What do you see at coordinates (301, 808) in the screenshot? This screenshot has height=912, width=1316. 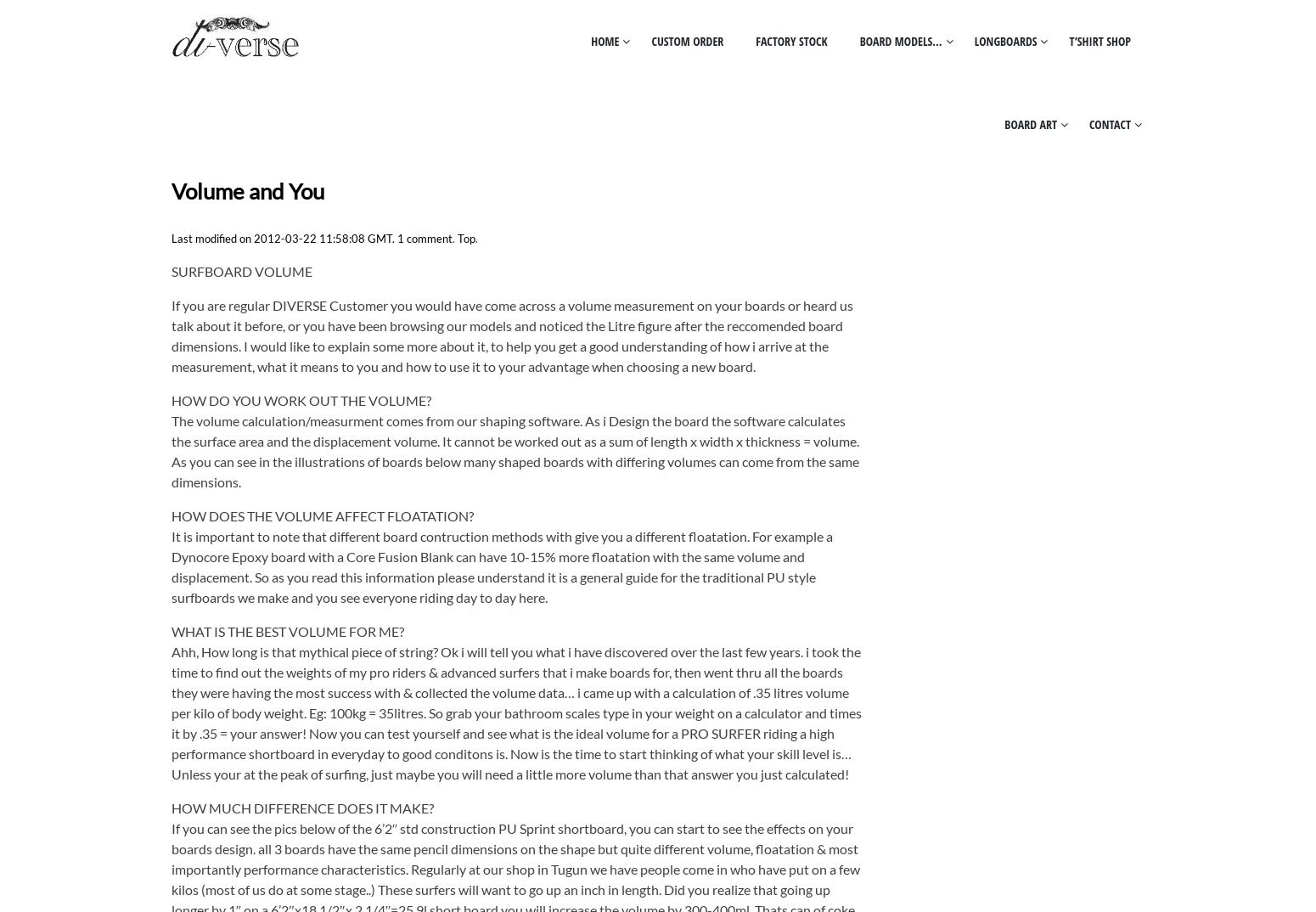 I see `'HOW MUCH DIFFERENCE DOES IT MAKE?'` at bounding box center [301, 808].